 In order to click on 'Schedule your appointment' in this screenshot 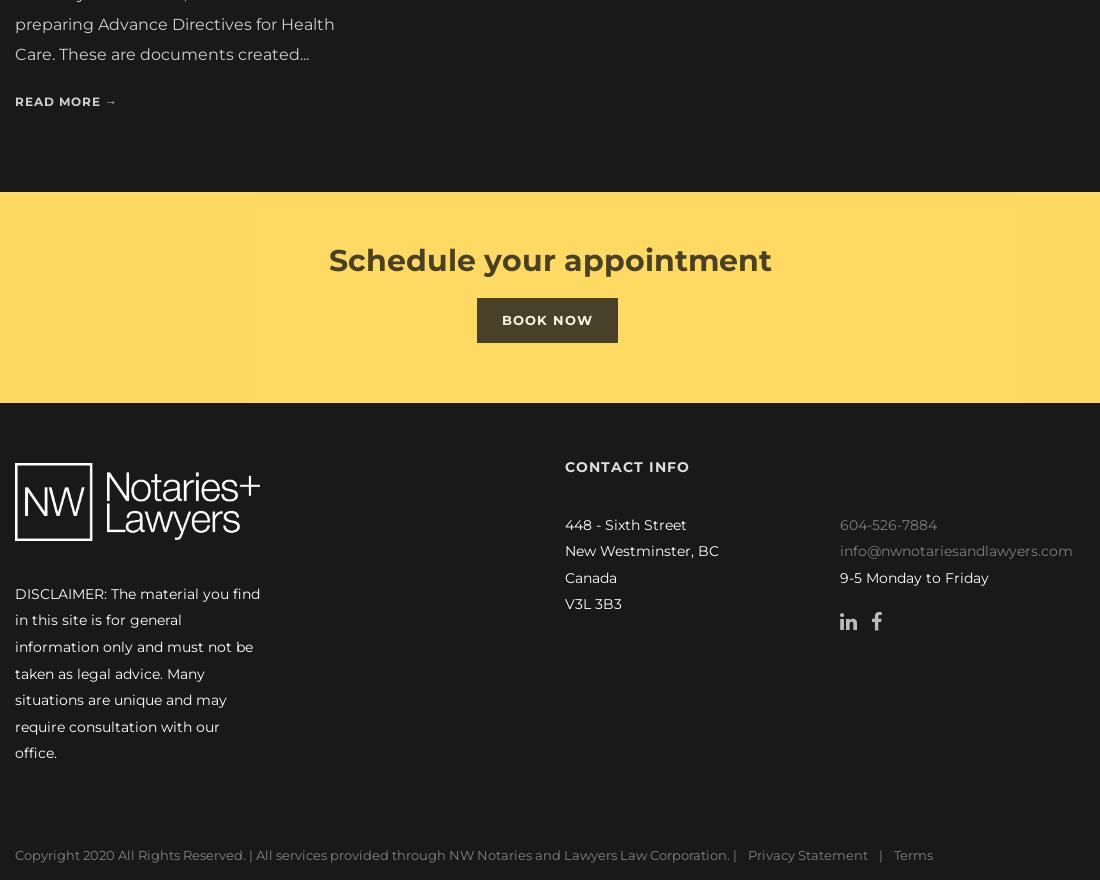, I will do `click(327, 254)`.